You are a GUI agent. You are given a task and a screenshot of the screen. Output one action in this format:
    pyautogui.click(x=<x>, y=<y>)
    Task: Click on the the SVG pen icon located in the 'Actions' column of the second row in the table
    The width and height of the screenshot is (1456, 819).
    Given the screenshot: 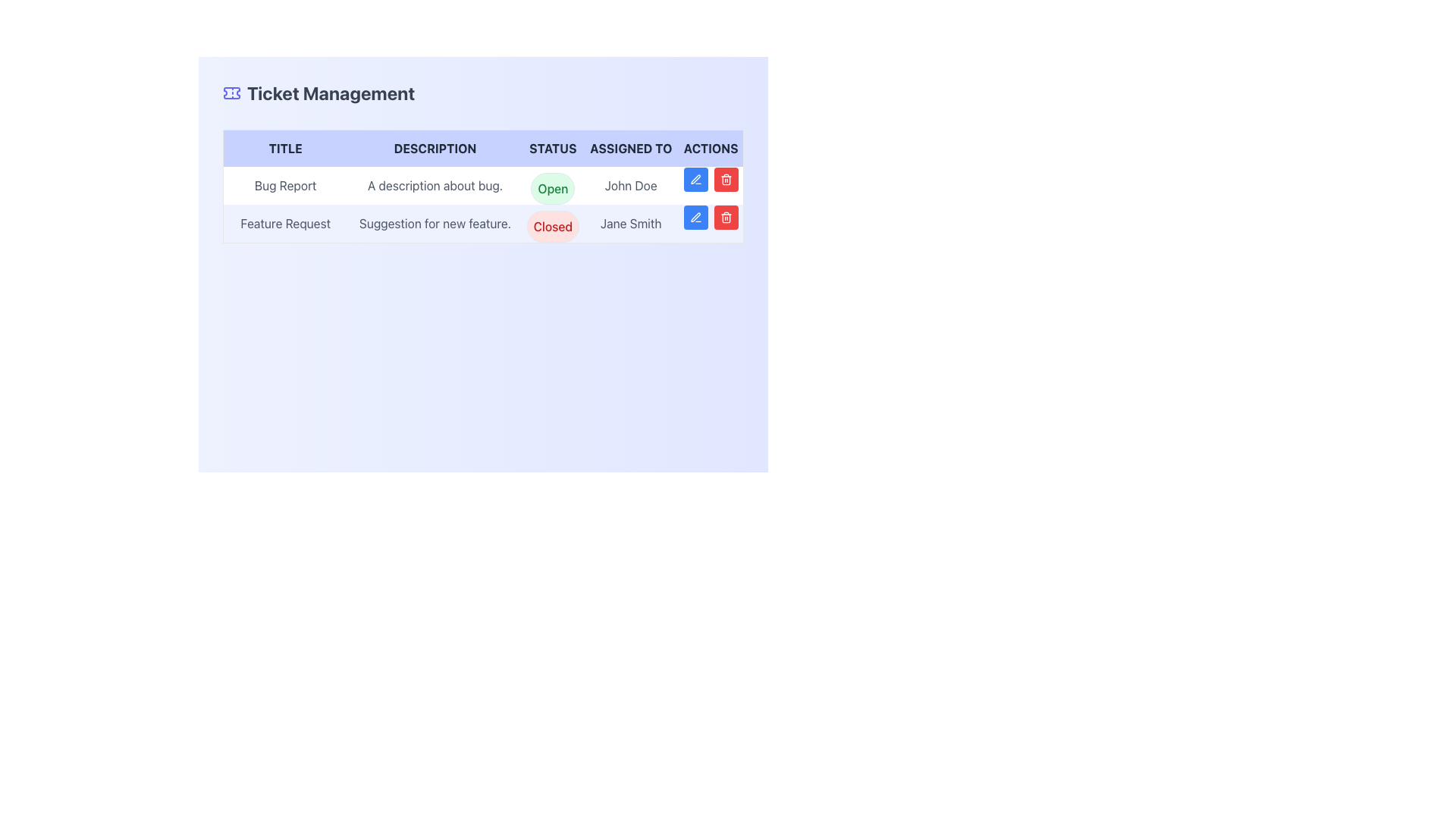 What is the action you would take?
    pyautogui.click(x=695, y=217)
    